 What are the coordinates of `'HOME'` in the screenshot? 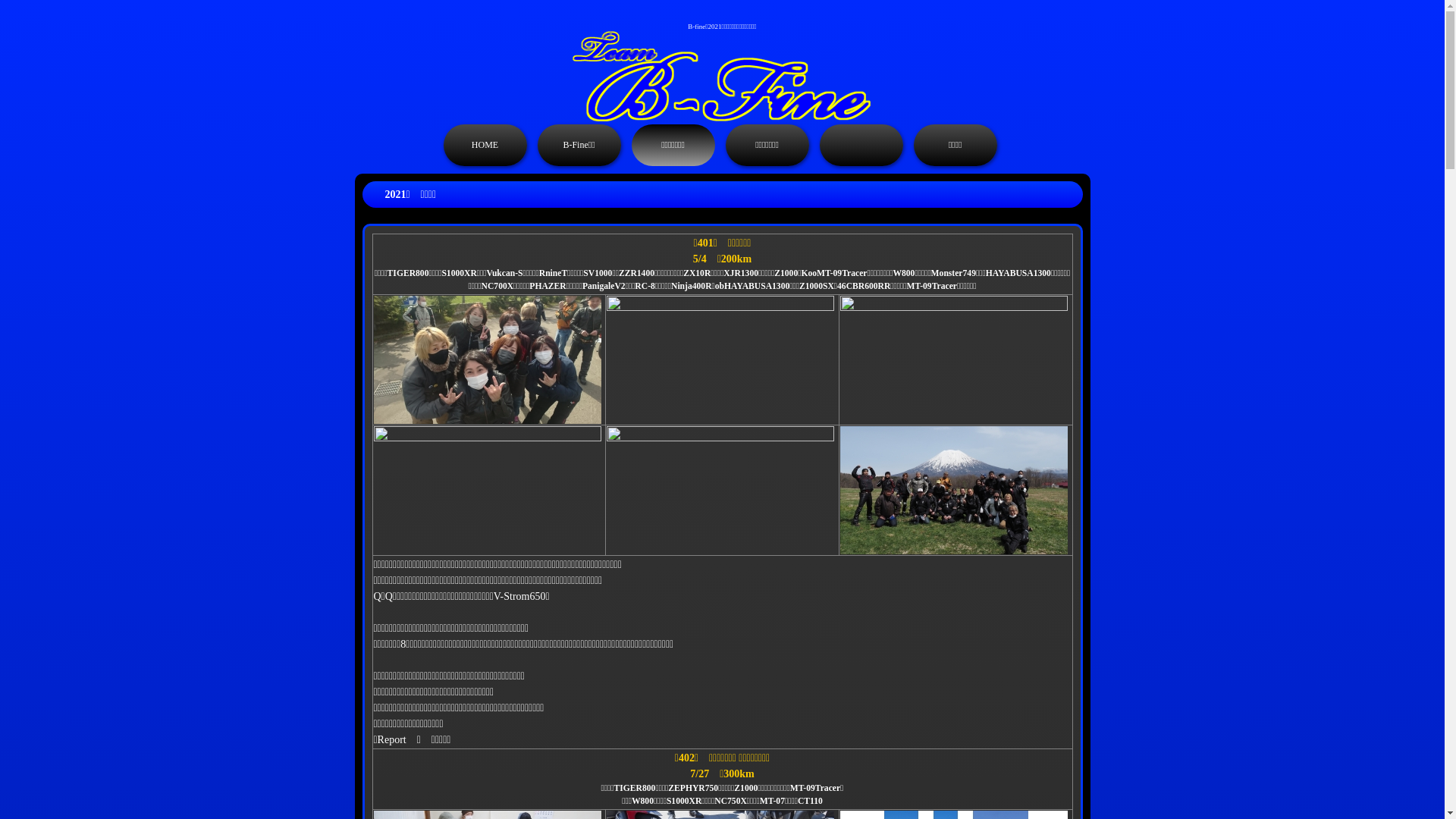 It's located at (483, 145).